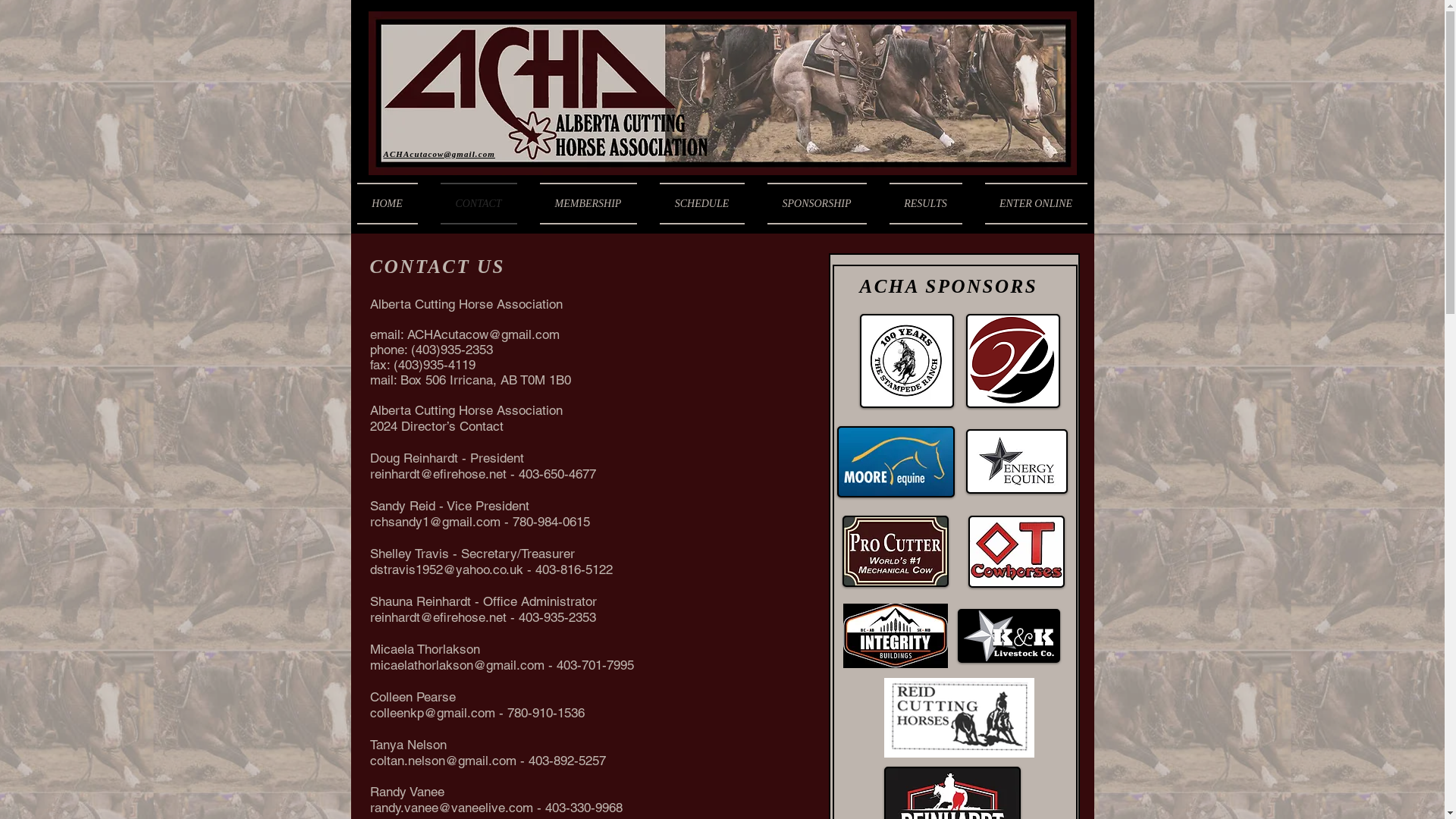  Describe the element at coordinates (924, 202) in the screenshot. I see `'RESULTS'` at that location.